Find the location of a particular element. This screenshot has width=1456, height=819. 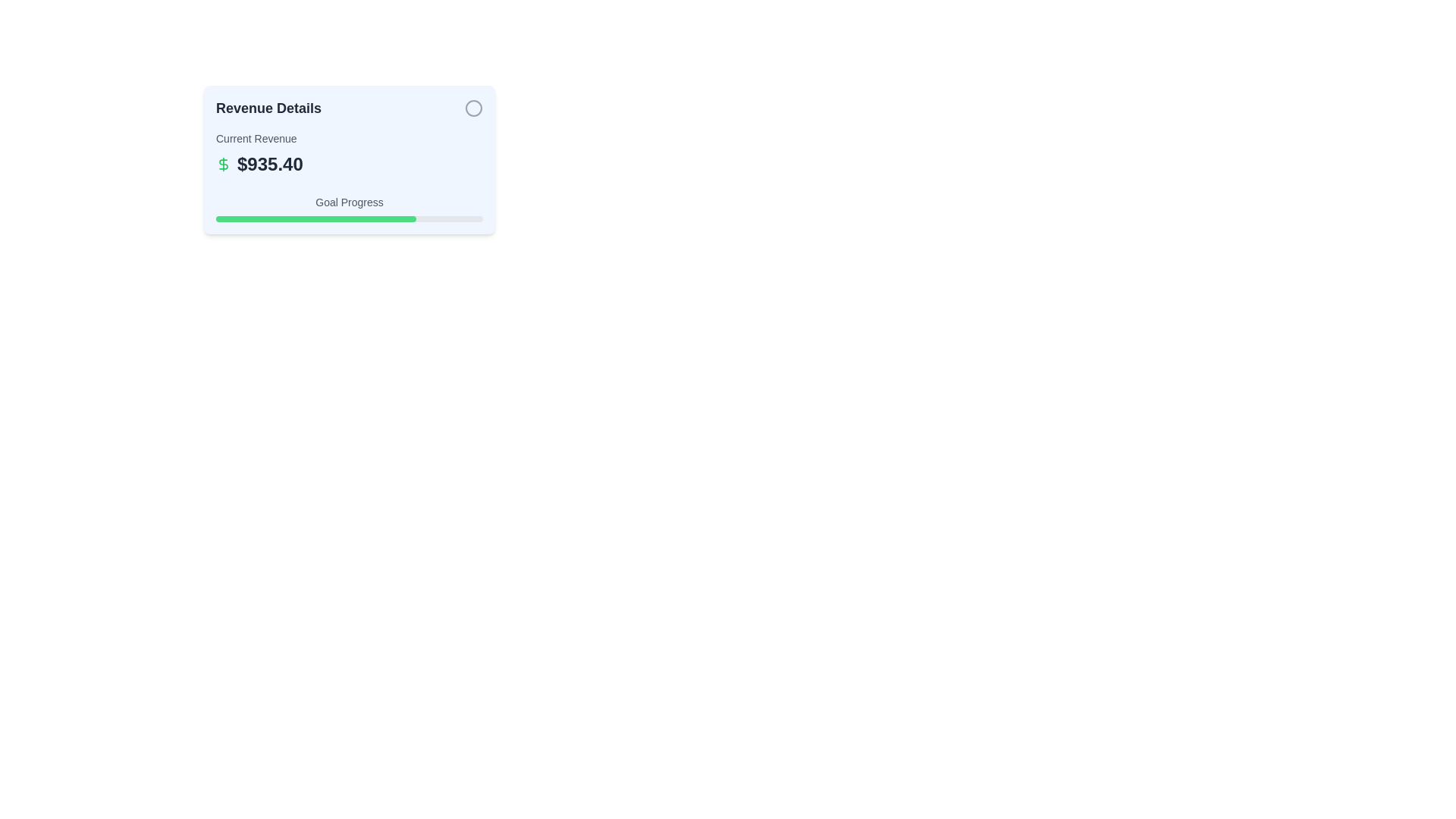

small circular SVG graphic element with a 10-unit radius located in the top-right corner of the 'Revenue Details' card for debugging purposes is located at coordinates (472, 107).